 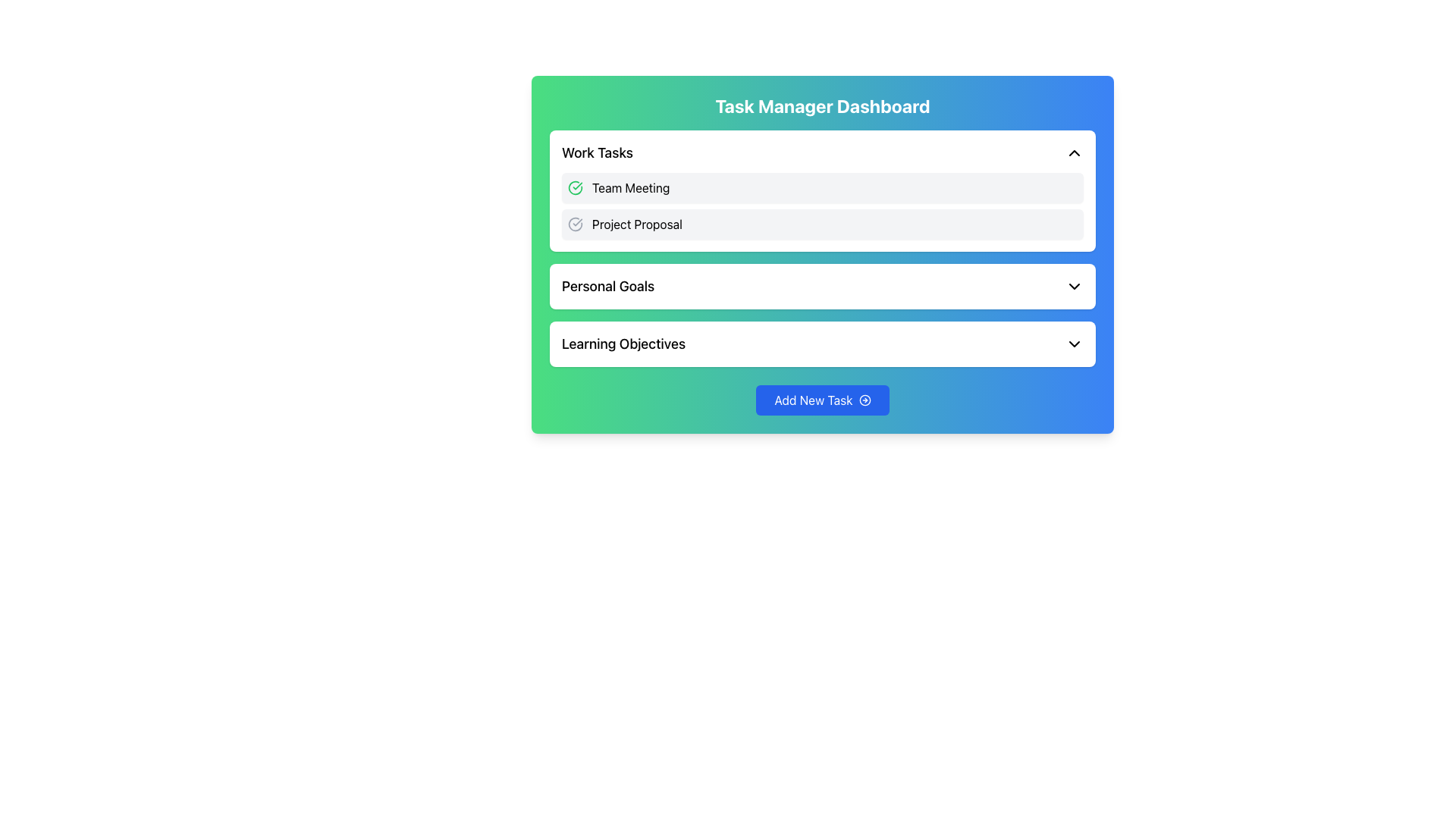 What do you see at coordinates (574, 224) in the screenshot?
I see `the status indicator icon for the 'Project Proposal' task, which is the first icon on the left in the second row under the 'Work Tasks' section of the dashboard` at bounding box center [574, 224].